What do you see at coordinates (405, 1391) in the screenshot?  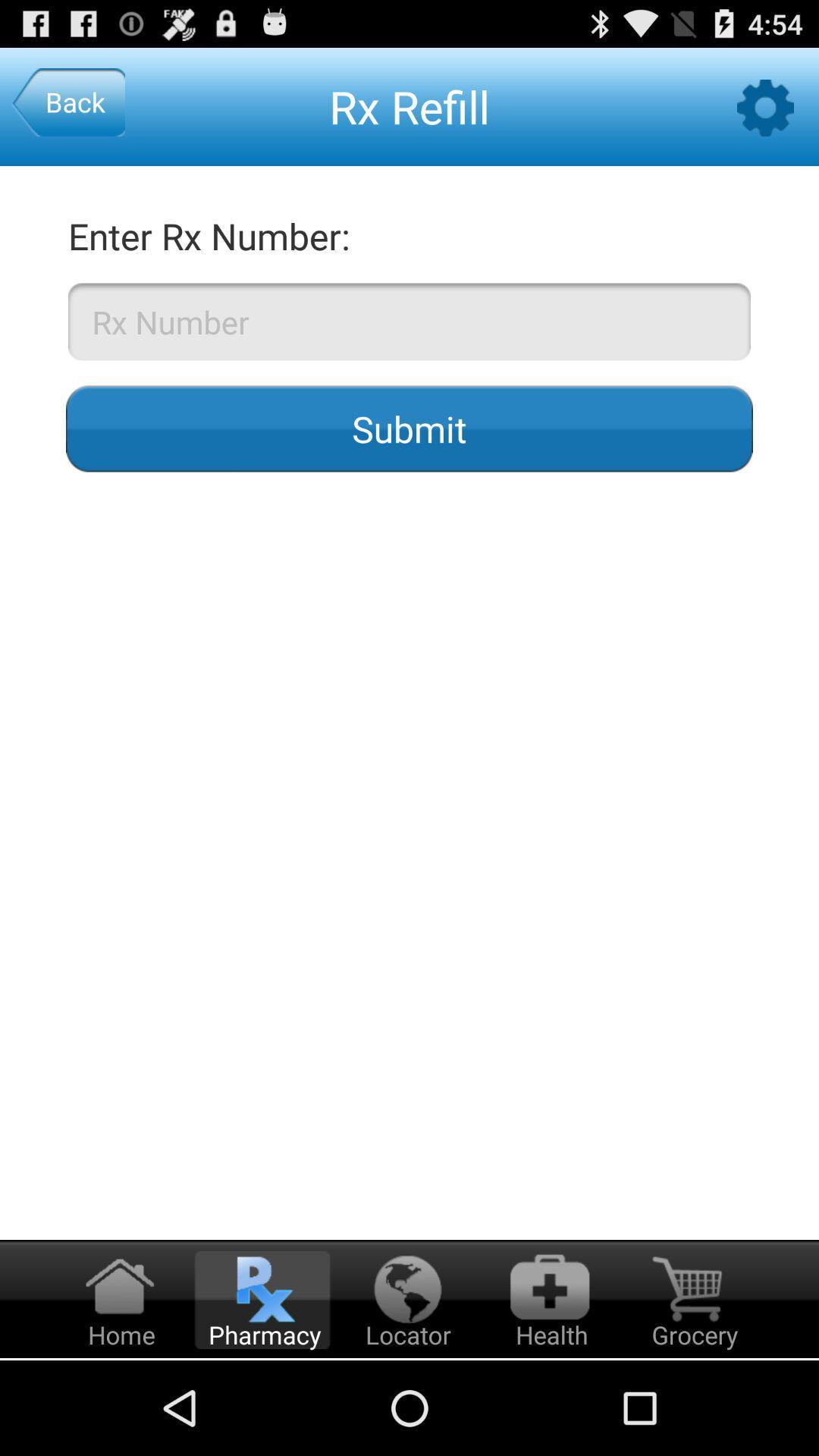 I see `the globe icon` at bounding box center [405, 1391].